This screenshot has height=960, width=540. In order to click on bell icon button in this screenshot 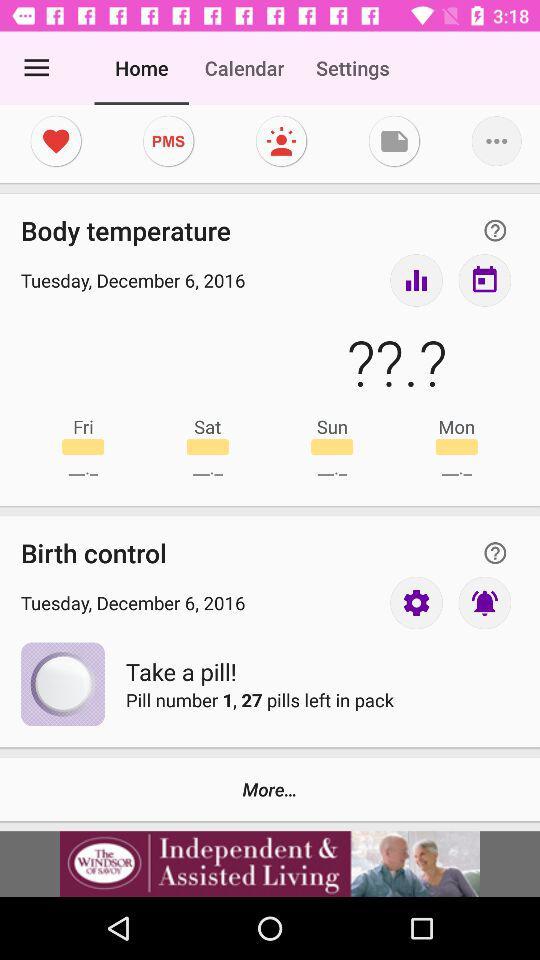, I will do `click(483, 601)`.